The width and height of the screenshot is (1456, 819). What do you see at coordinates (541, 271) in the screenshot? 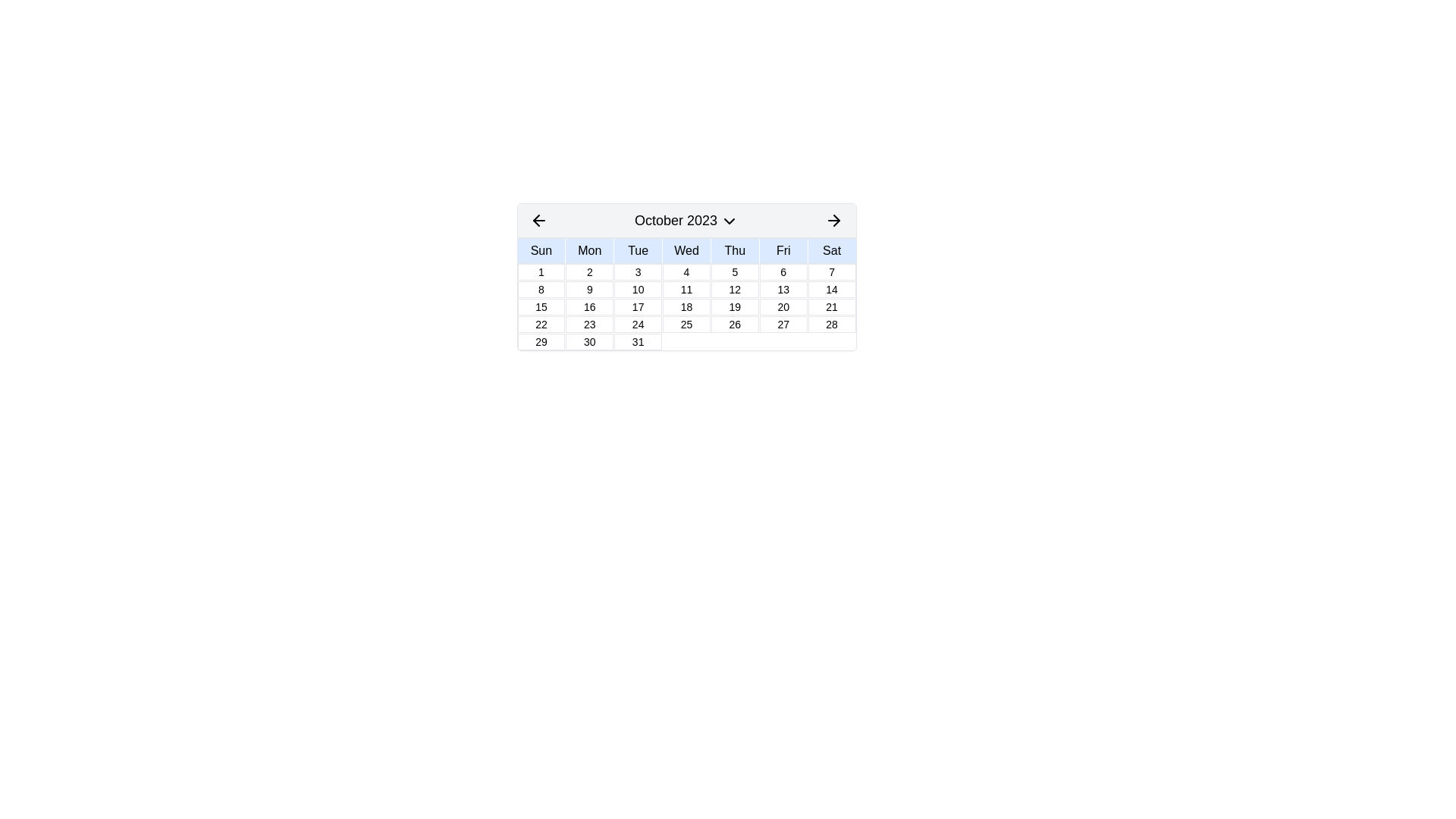
I see `the first day of the month in the calendar view, which is represented by the number '1' in the top-left corner of the grid` at bounding box center [541, 271].